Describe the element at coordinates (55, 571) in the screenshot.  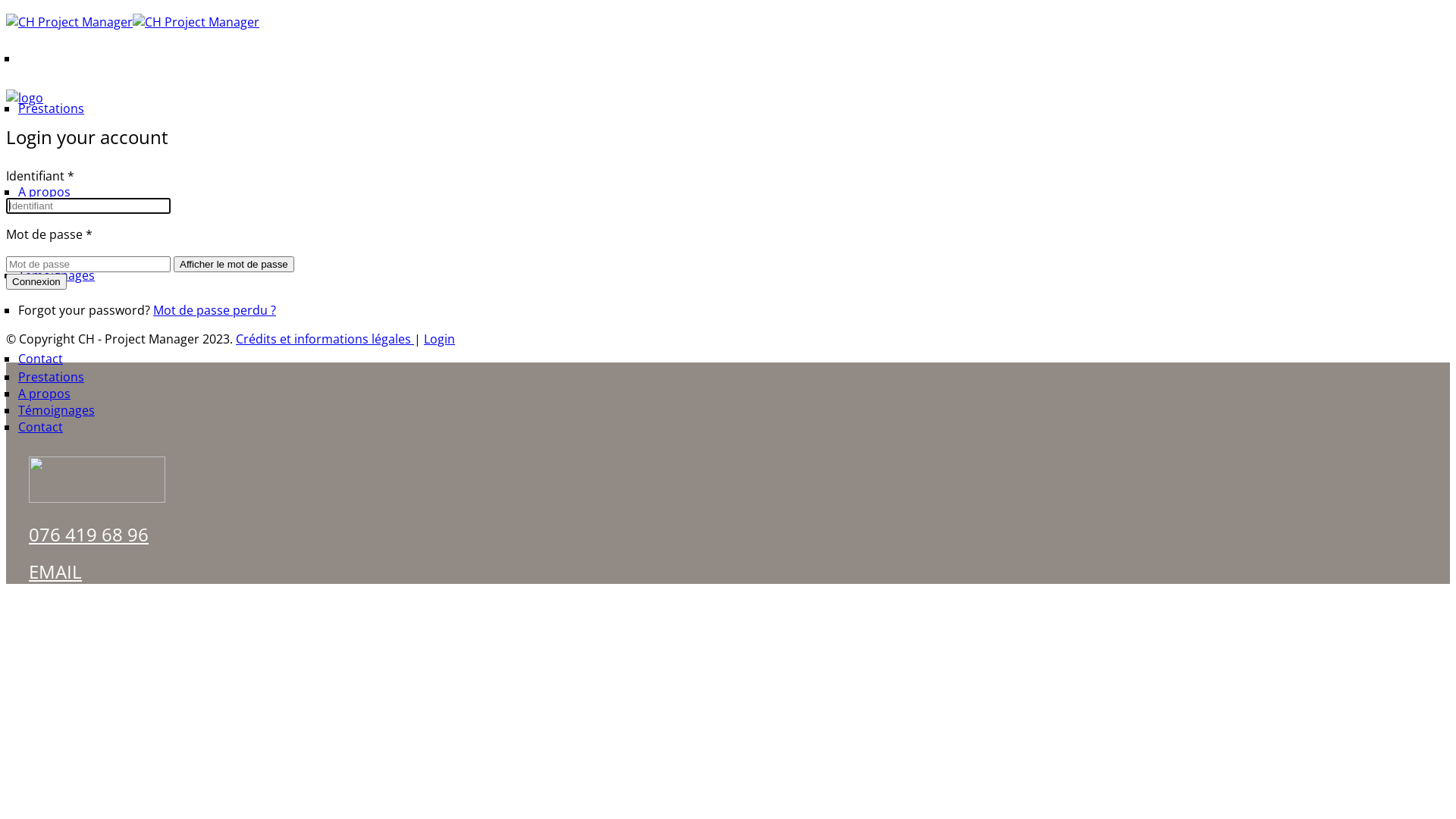
I see `'EMAIL'` at that location.